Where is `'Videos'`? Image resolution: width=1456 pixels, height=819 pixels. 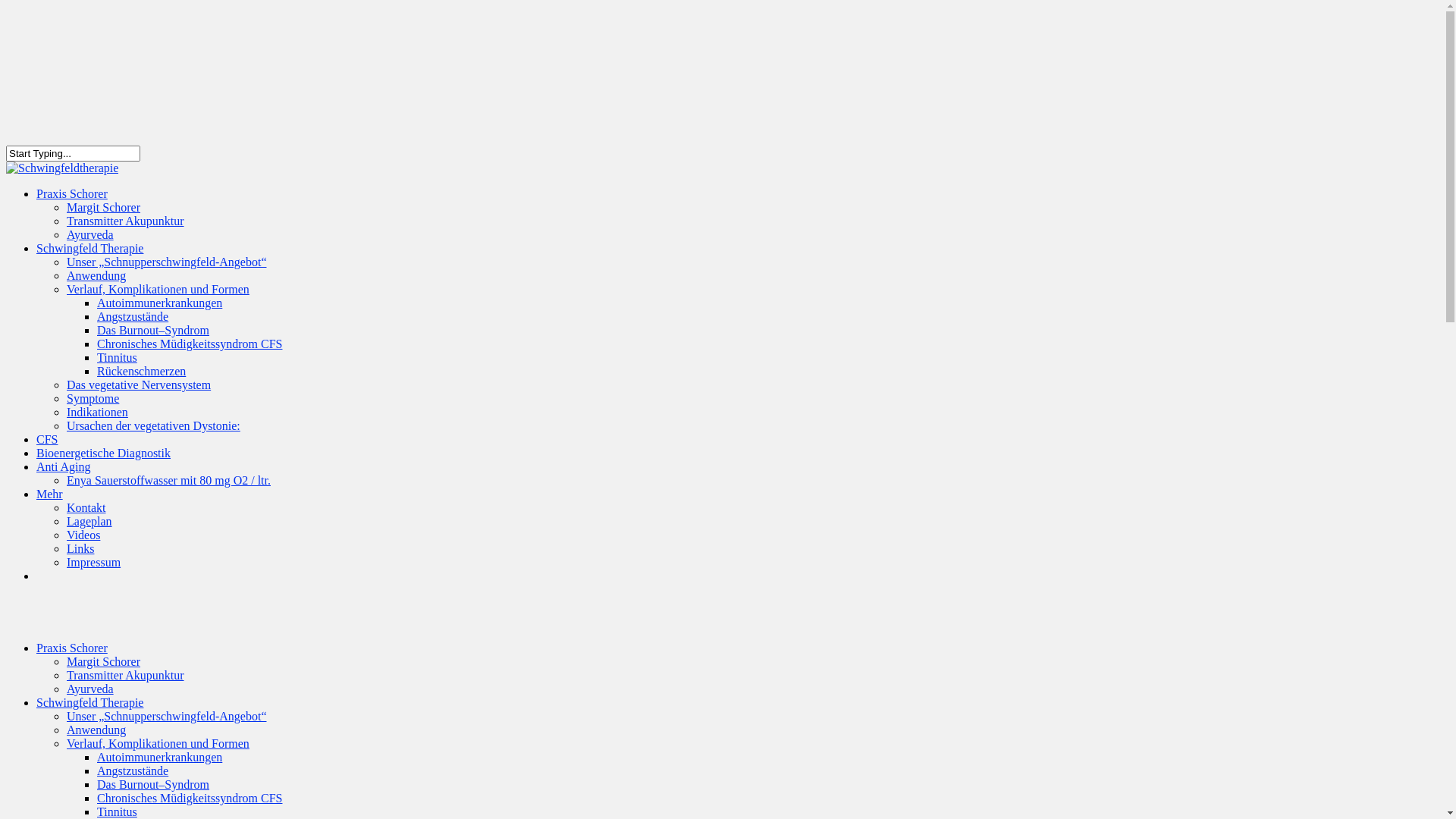
'Videos' is located at coordinates (83, 534).